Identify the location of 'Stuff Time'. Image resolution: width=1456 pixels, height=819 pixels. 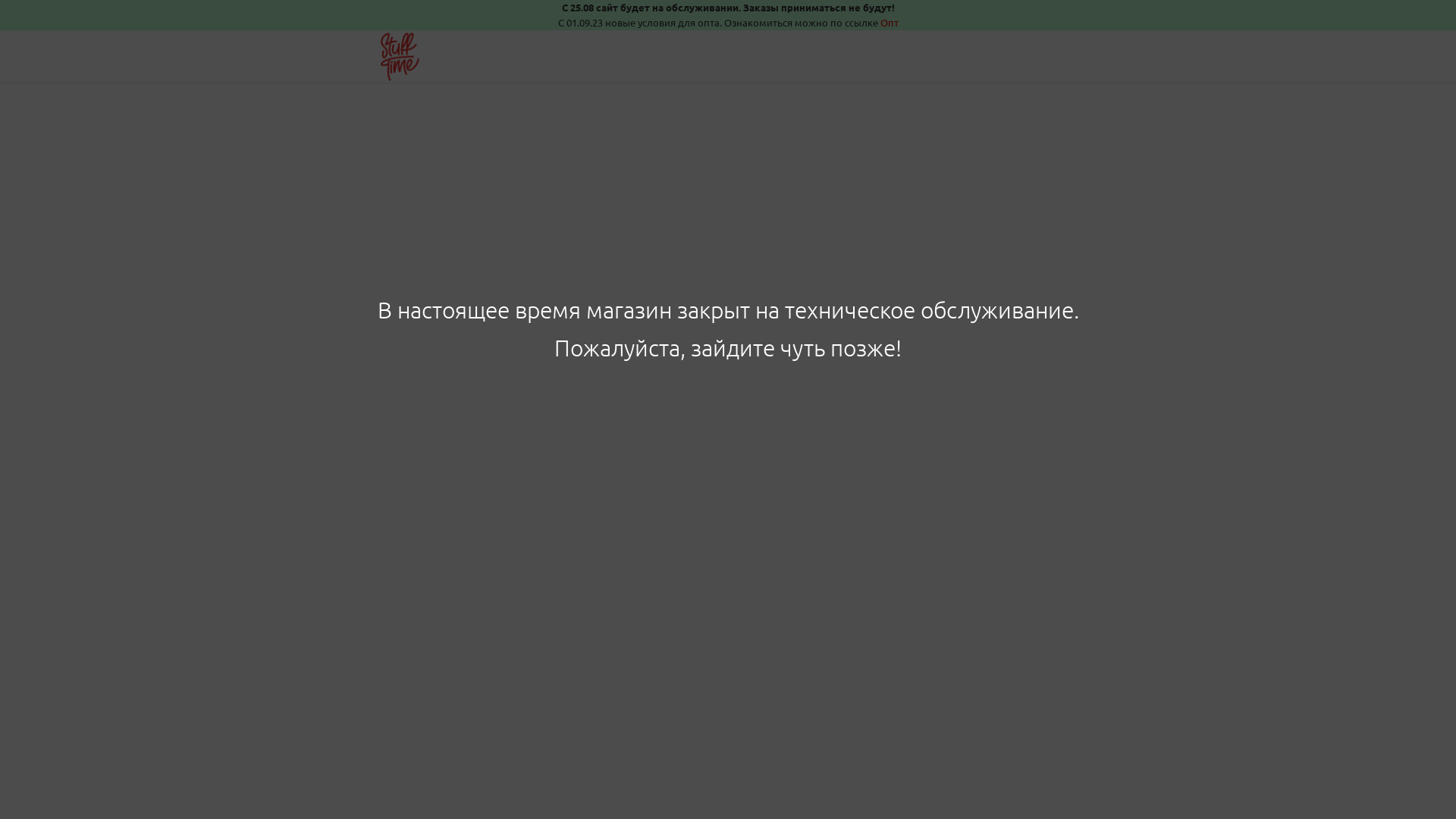
(371, 55).